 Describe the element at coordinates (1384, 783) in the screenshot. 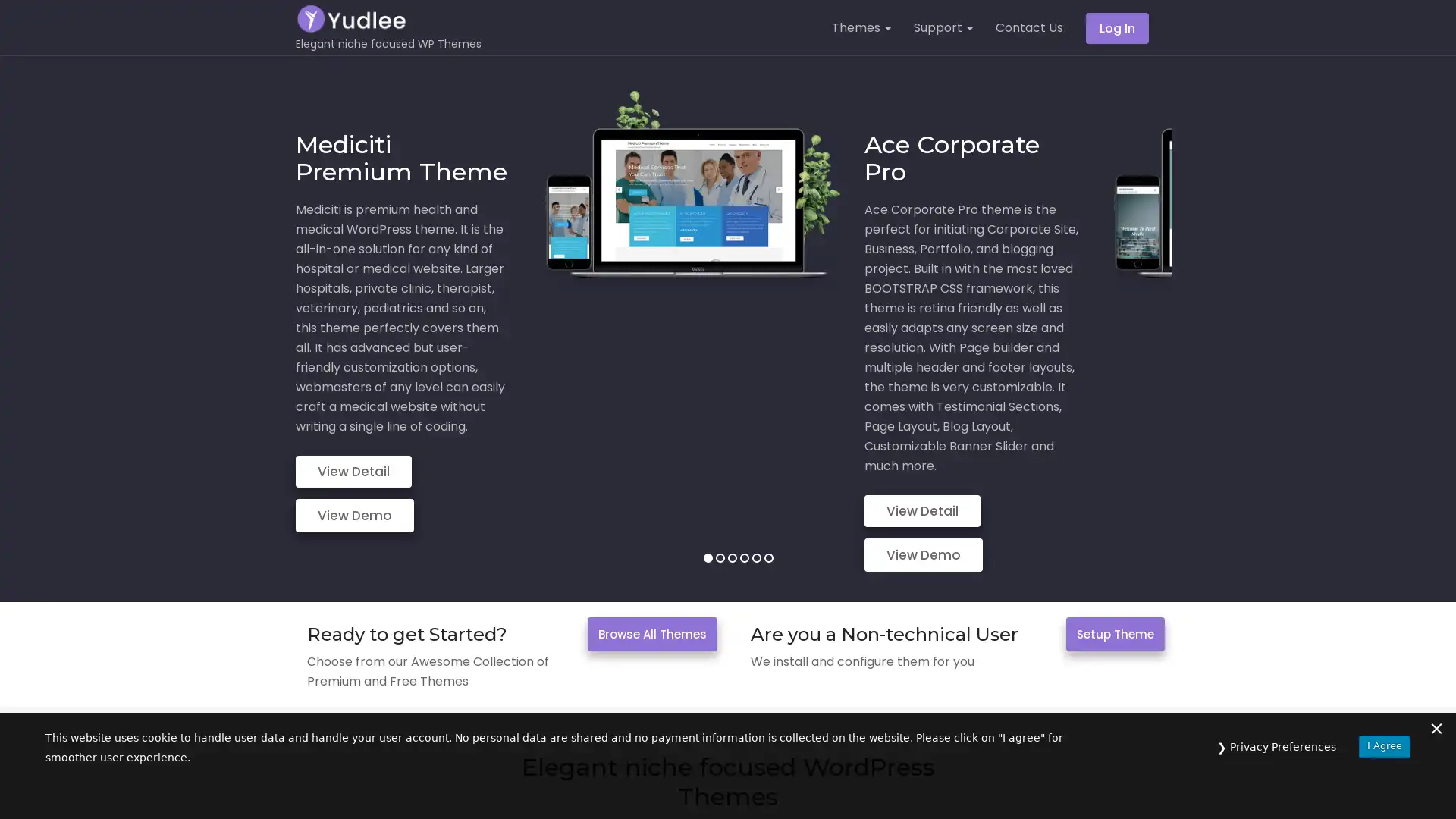

I see `I Agree` at that location.